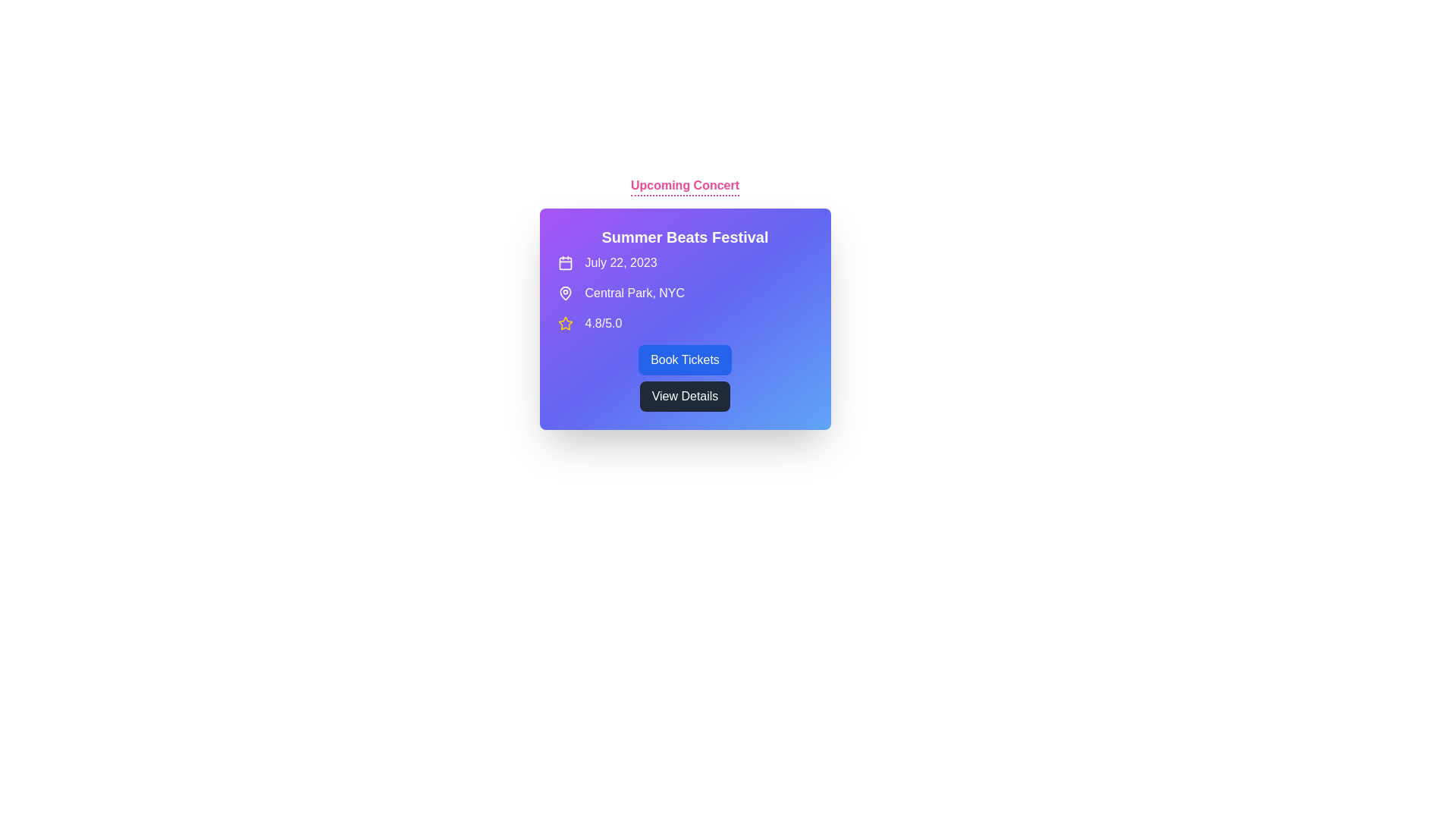  I want to click on the Text Label that serves as a title for the upcoming concert, so click(684, 186).